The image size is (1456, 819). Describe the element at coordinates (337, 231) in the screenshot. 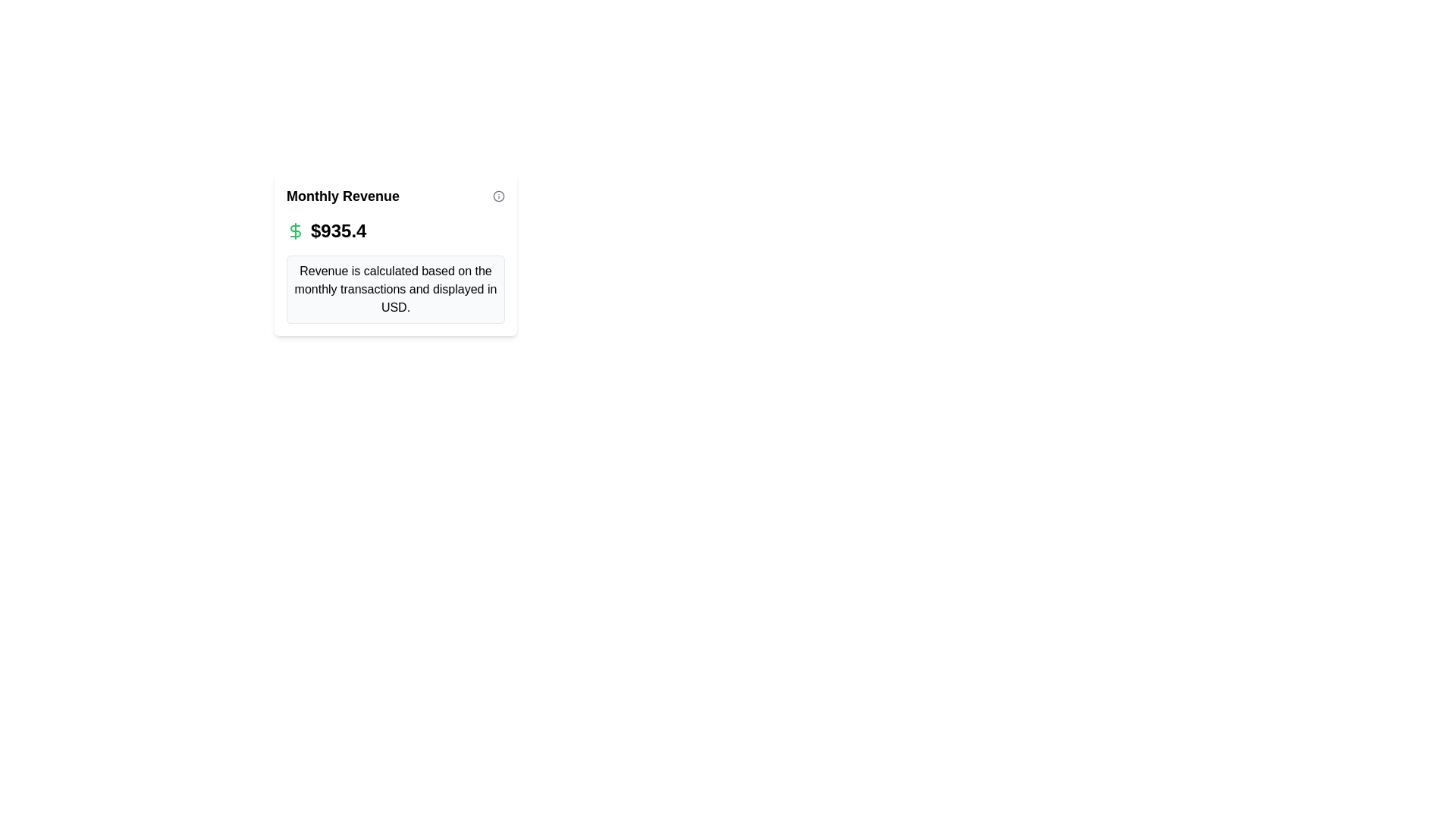

I see `the informational Text Label displaying the total revenue amount, located to the right of the green dollar sign icon in the 'Monthly Revenue' section` at that location.